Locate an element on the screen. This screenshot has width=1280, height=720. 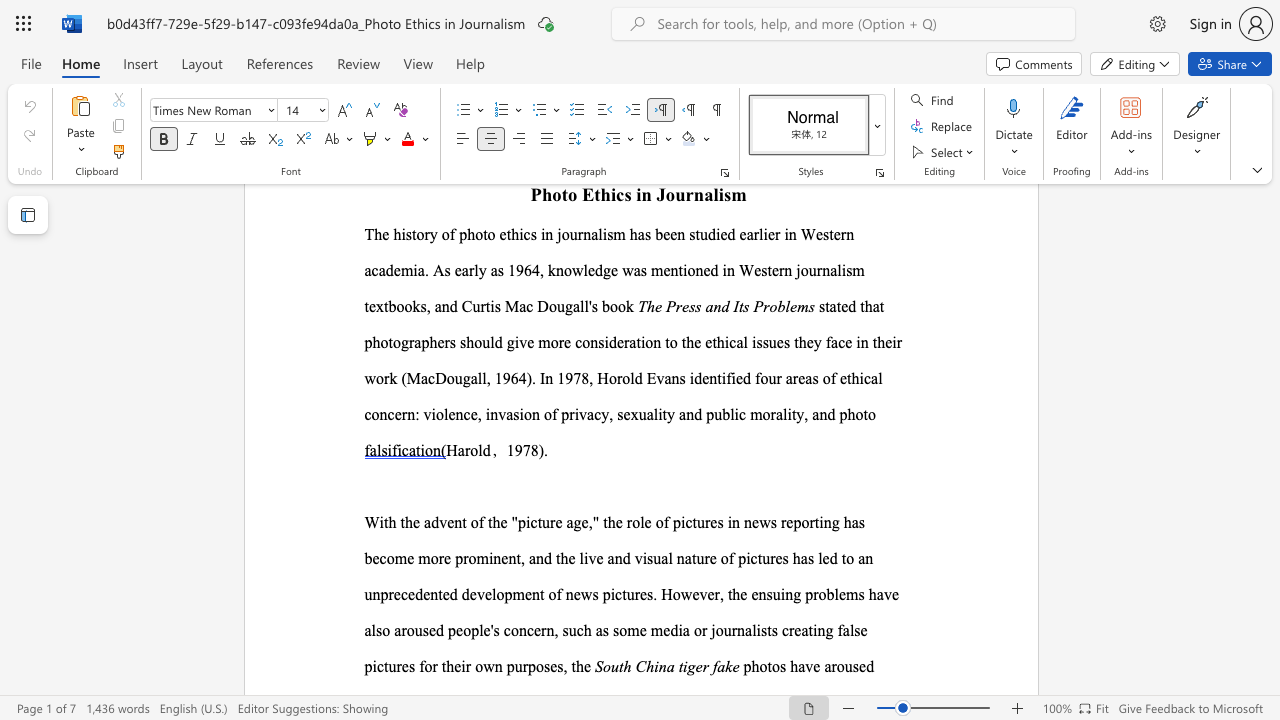
the subset text "ke" within the text "South China tiger fake" is located at coordinates (724, 666).